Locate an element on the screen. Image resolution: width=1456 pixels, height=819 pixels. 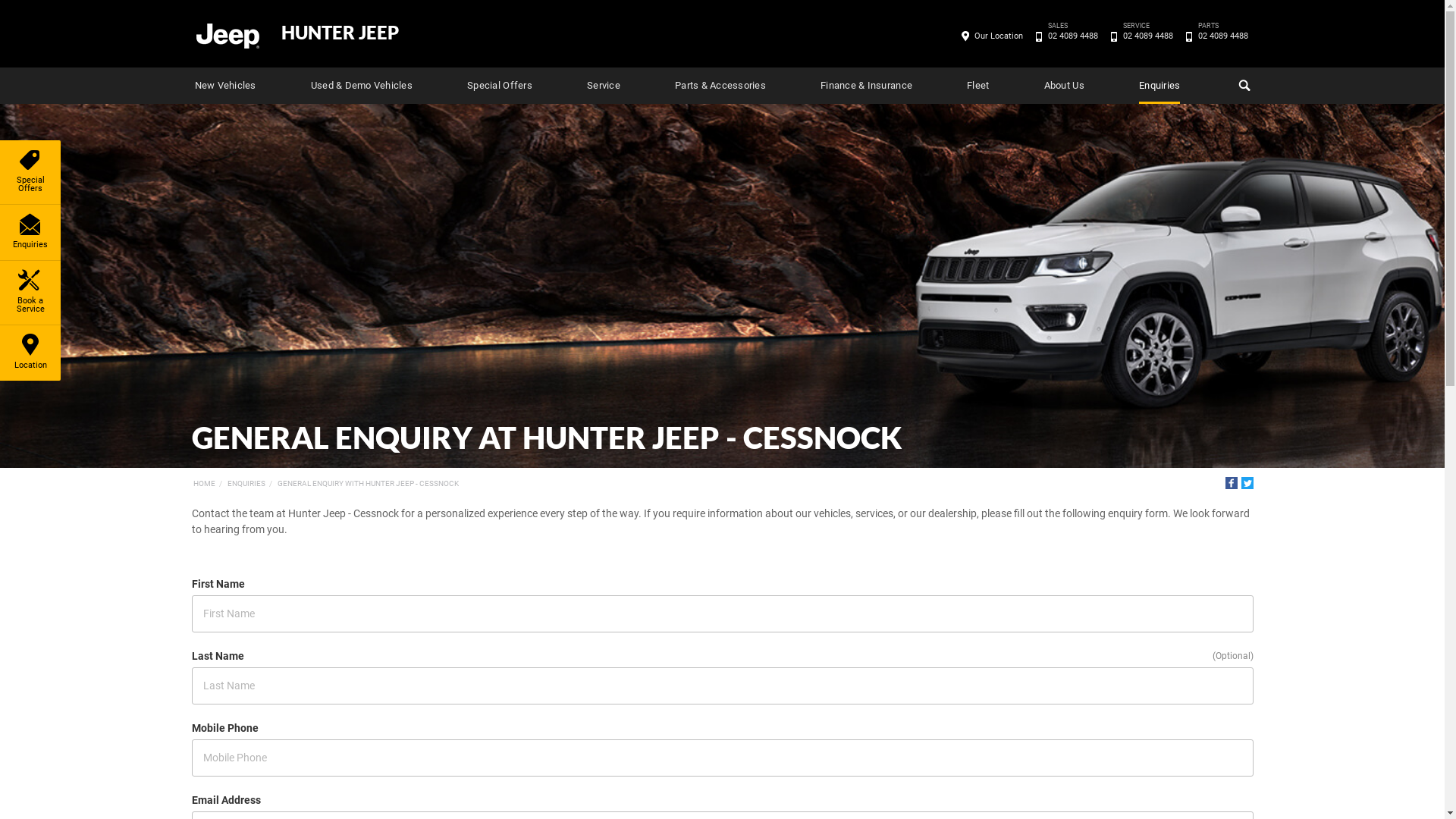
'Special Offers' is located at coordinates (466, 85).